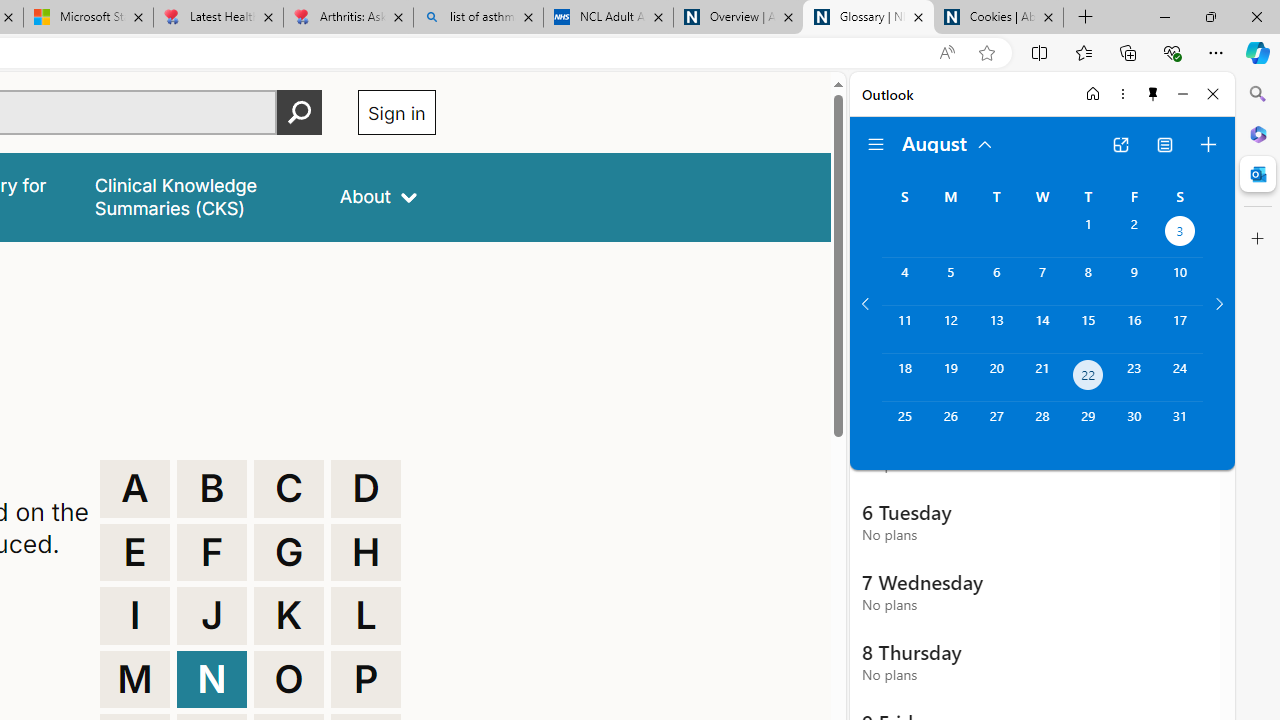 The image size is (1280, 720). Describe the element at coordinates (996, 328) in the screenshot. I see `'Tuesday, August 13, 2024. '` at that location.